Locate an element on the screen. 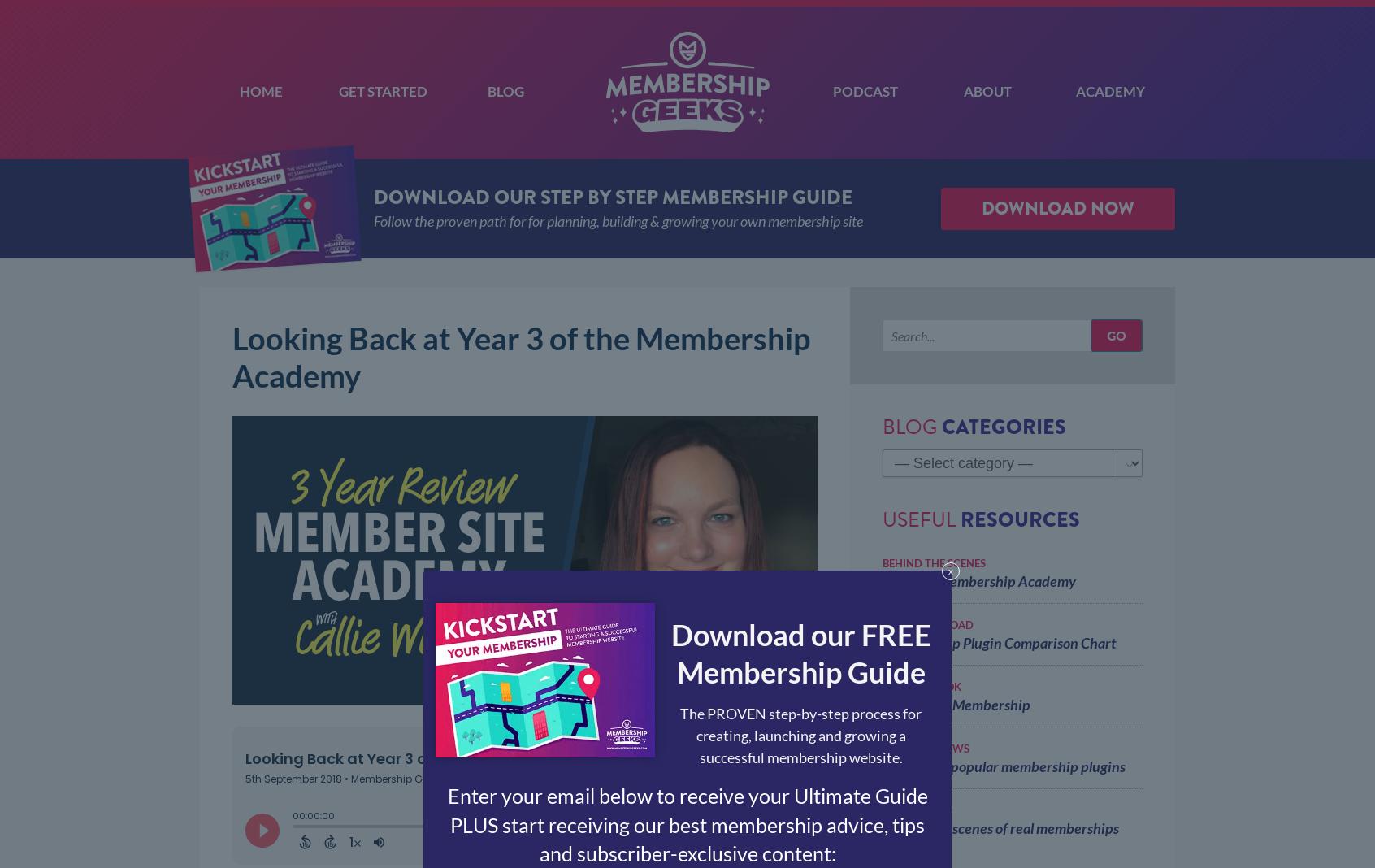 The height and width of the screenshot is (868, 1375). 'Year 8 of Membership Academy' is located at coordinates (979, 581).